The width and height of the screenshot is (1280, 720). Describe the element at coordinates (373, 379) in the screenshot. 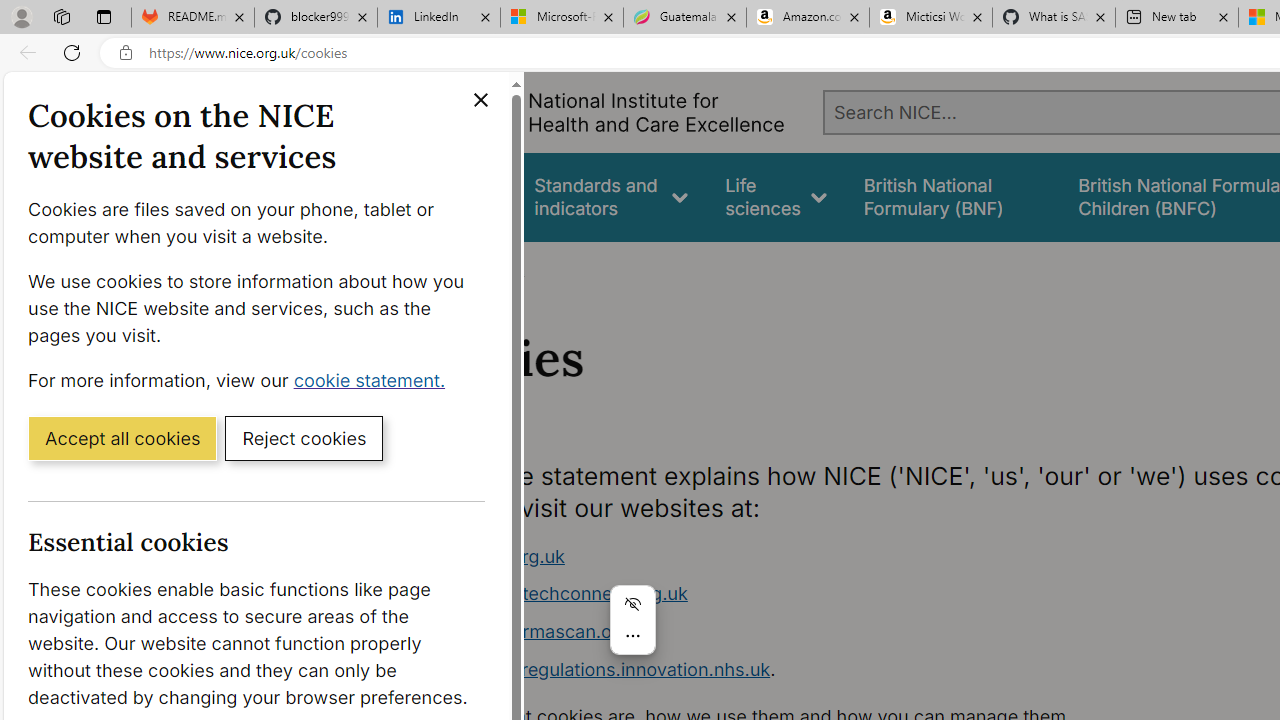

I see `'cookie statement. (Opens in a new window)'` at that location.